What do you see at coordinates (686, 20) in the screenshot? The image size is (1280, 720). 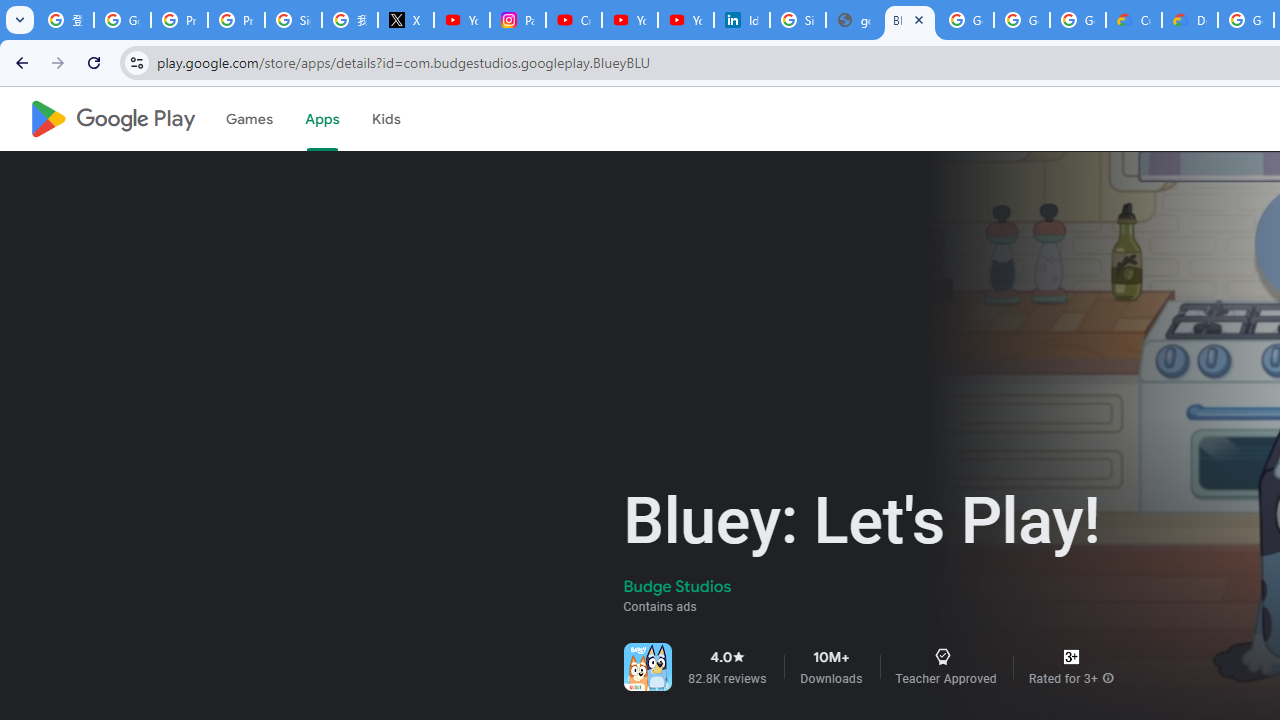 I see `'YouTube Culture & Trends - YouTube Top 10, 2021'` at bounding box center [686, 20].